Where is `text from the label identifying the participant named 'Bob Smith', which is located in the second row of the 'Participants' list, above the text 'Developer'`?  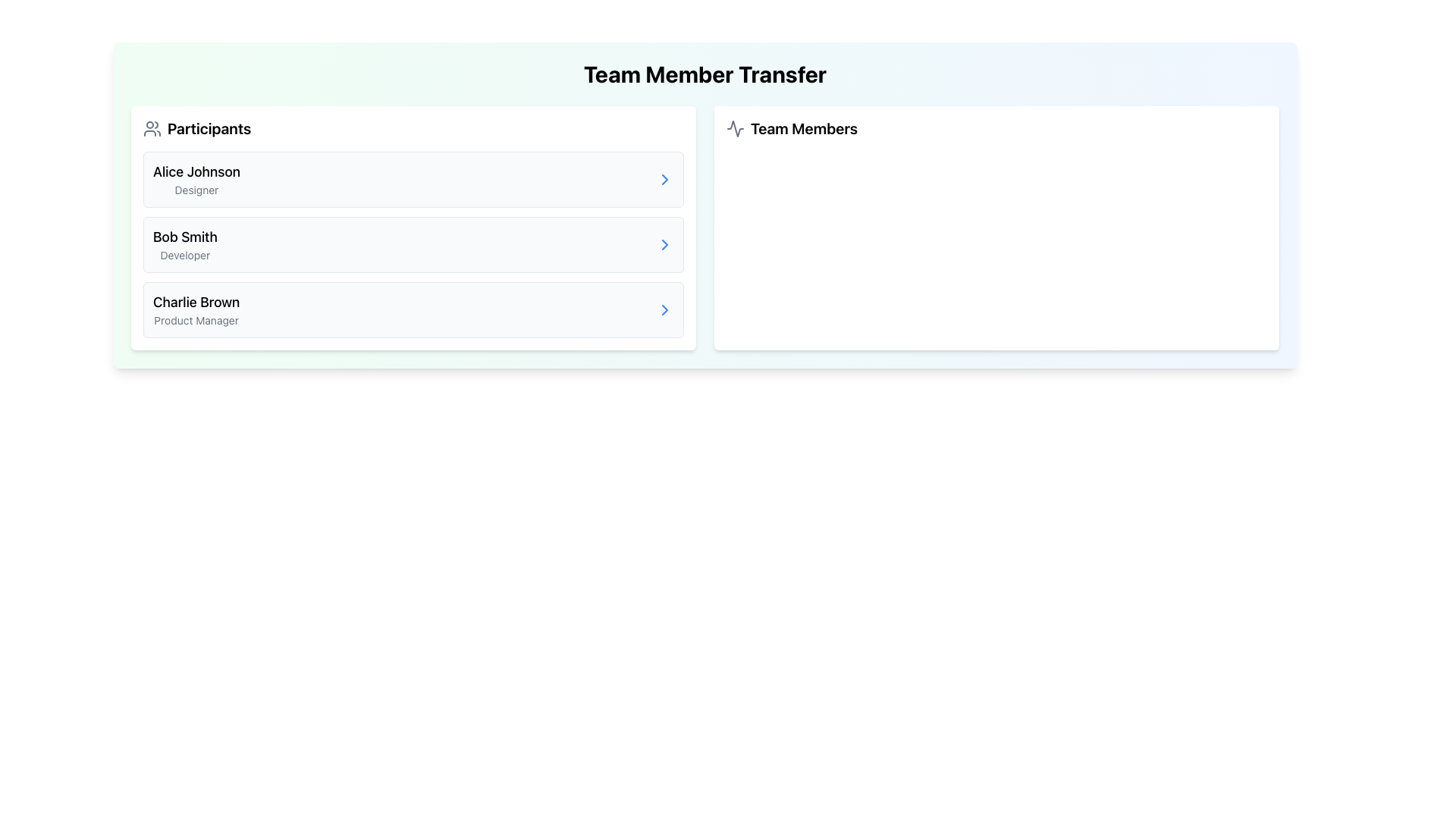 text from the label identifying the participant named 'Bob Smith', which is located in the second row of the 'Participants' list, above the text 'Developer' is located at coordinates (184, 237).